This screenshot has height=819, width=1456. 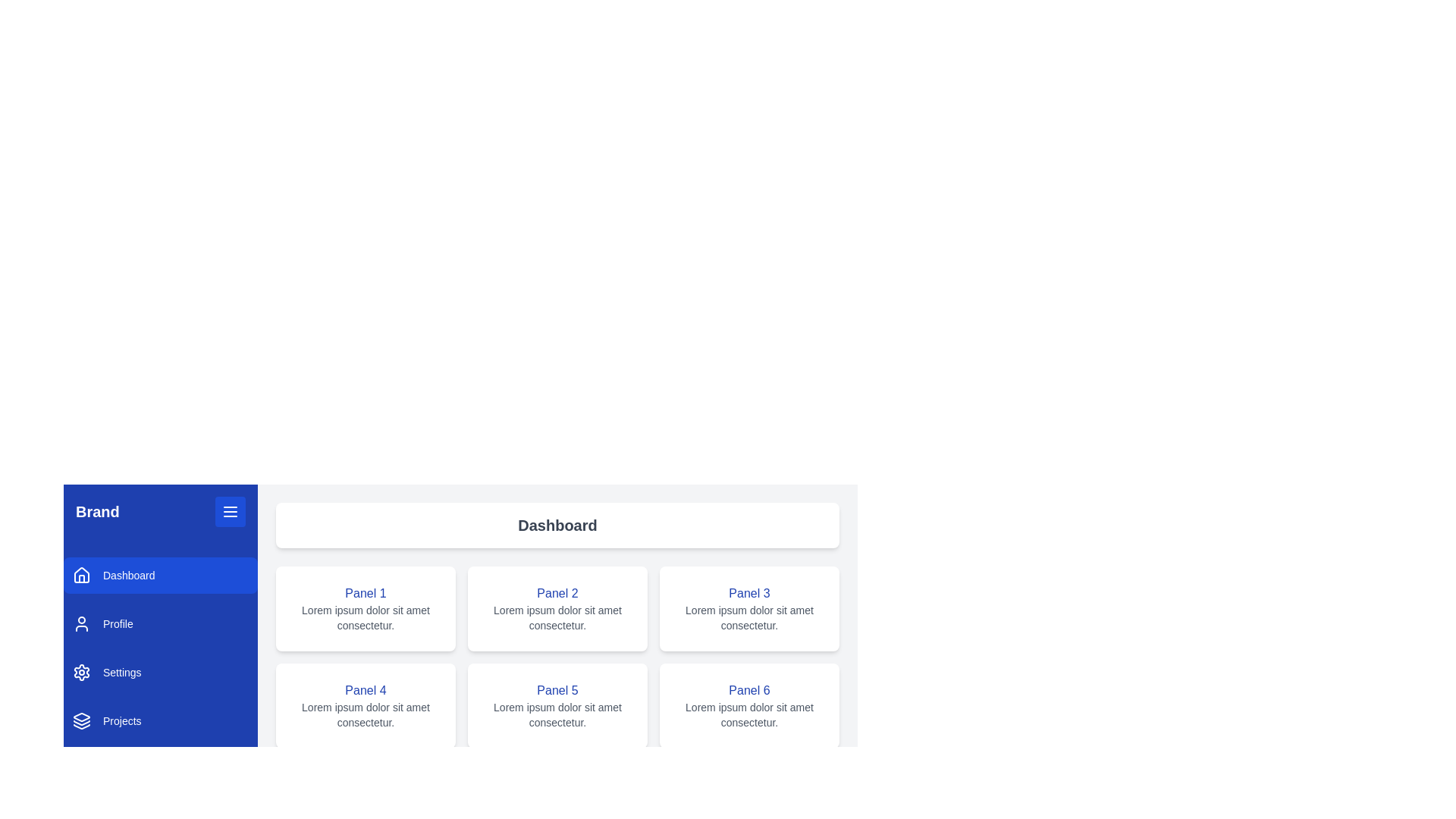 I want to click on the Text Display element that provides supplemental information related to the title 'Panel 1', positioned below the 'Panel 1' text in the first column of the grid layout, so click(x=366, y=617).